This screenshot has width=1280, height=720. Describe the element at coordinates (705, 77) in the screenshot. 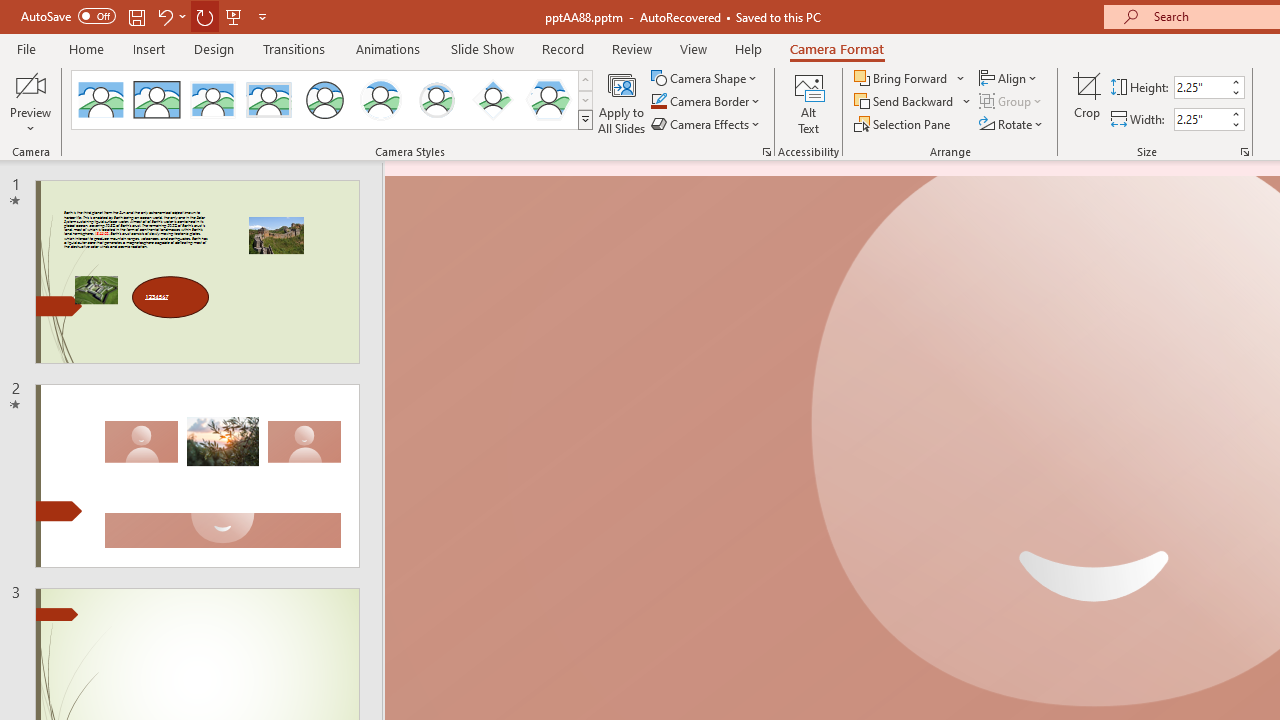

I see `'Camera Shape'` at that location.